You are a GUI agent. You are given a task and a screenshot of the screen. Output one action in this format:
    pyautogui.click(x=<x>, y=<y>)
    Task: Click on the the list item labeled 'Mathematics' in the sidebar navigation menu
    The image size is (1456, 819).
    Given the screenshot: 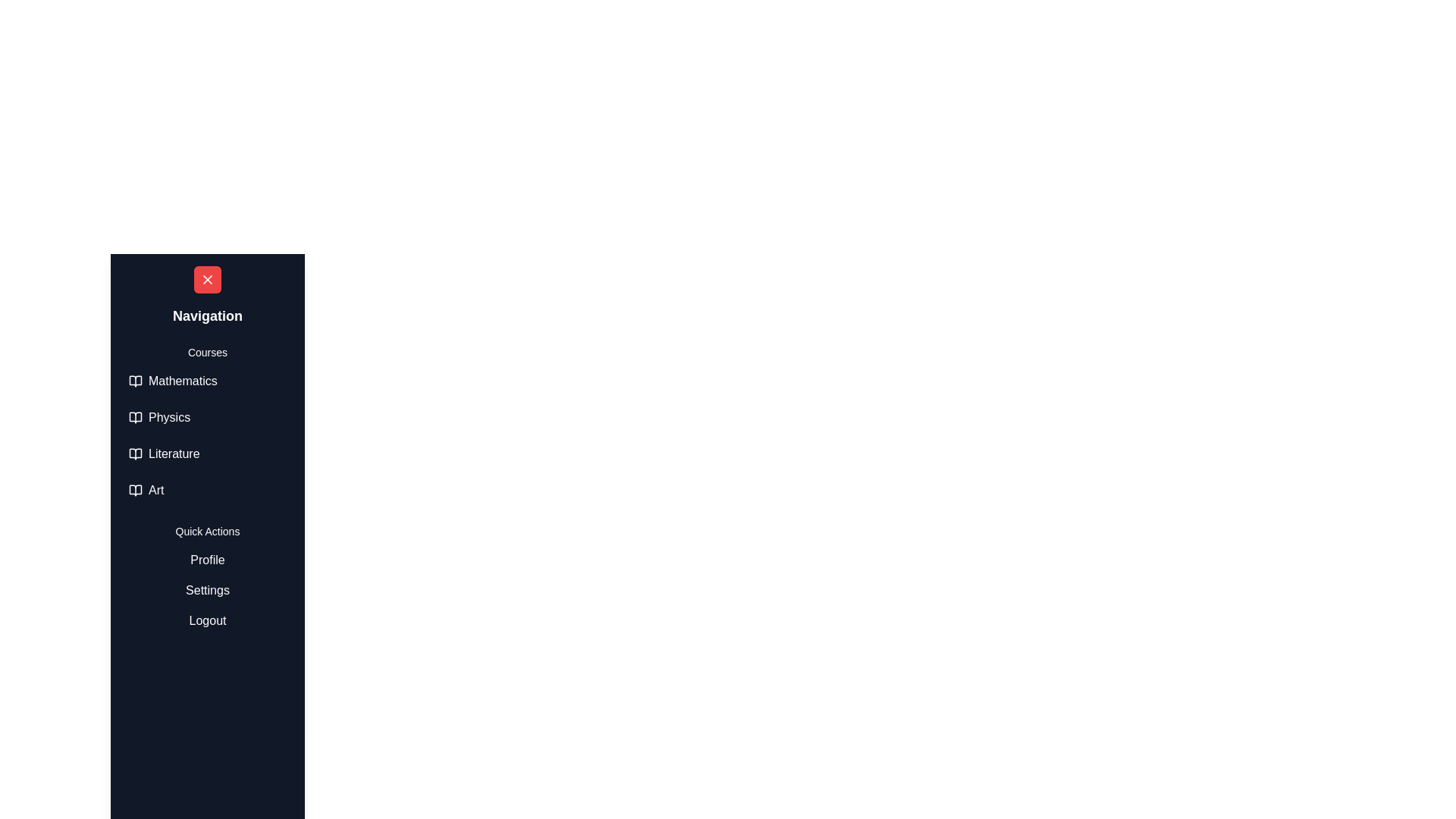 What is the action you would take?
    pyautogui.click(x=206, y=380)
    